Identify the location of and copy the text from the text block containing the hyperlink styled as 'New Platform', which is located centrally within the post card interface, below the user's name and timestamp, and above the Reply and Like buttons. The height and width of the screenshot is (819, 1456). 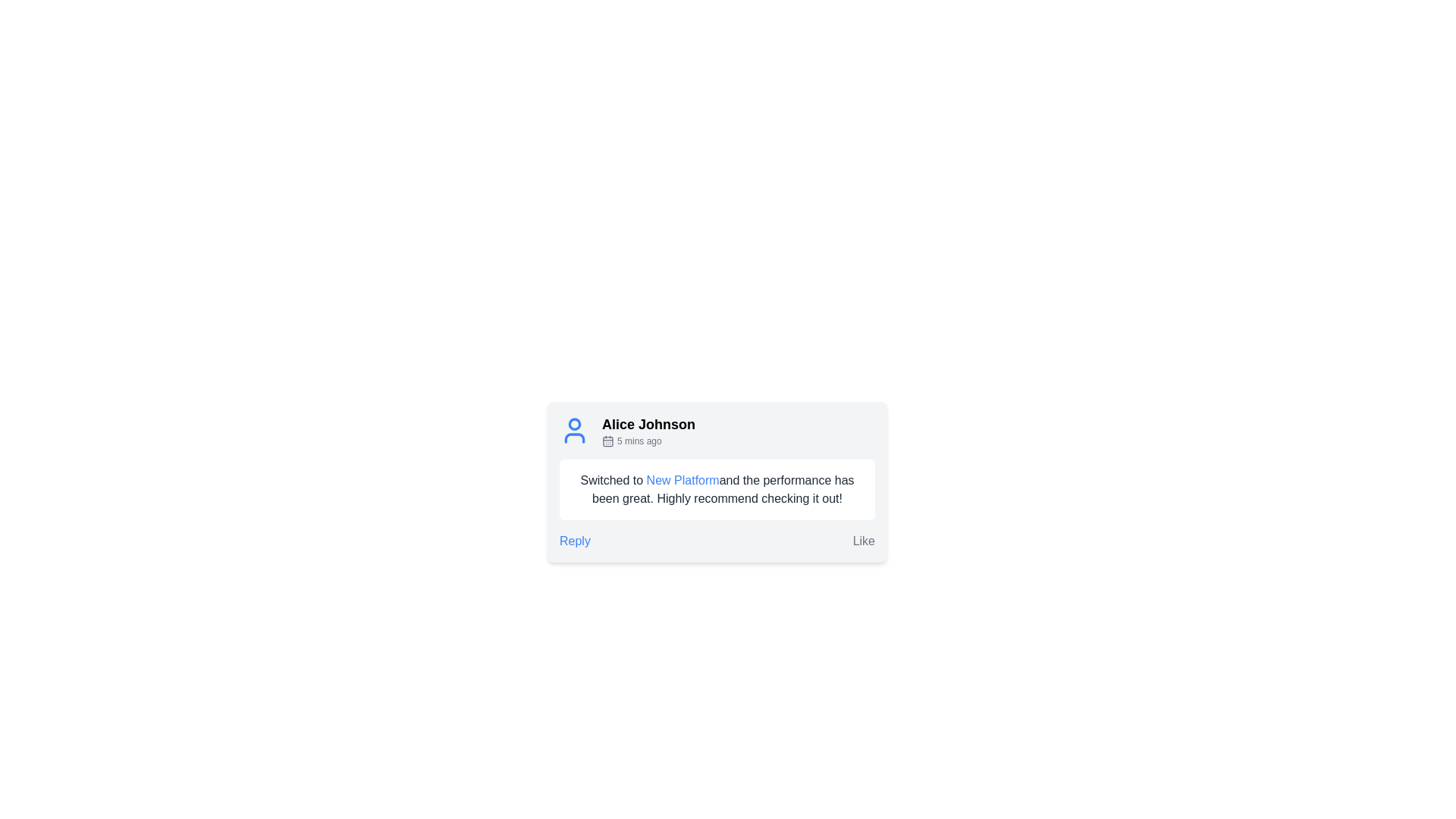
(716, 489).